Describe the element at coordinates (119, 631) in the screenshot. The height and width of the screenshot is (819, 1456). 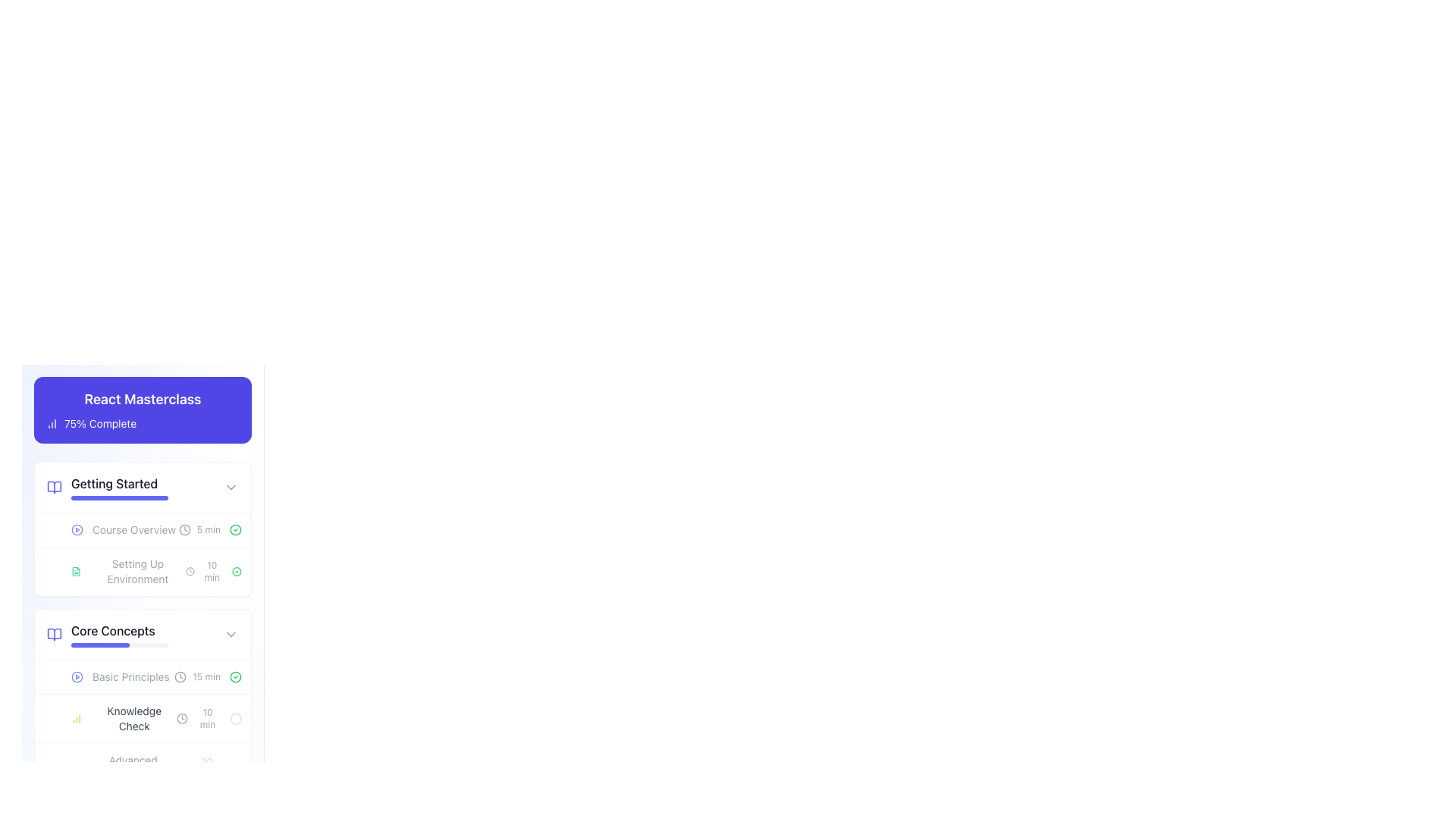
I see `text content of the 'Core Concepts' label, which is a bold text label positioned under the 'Getting Started' block of the 'React Masterclass' section` at that location.